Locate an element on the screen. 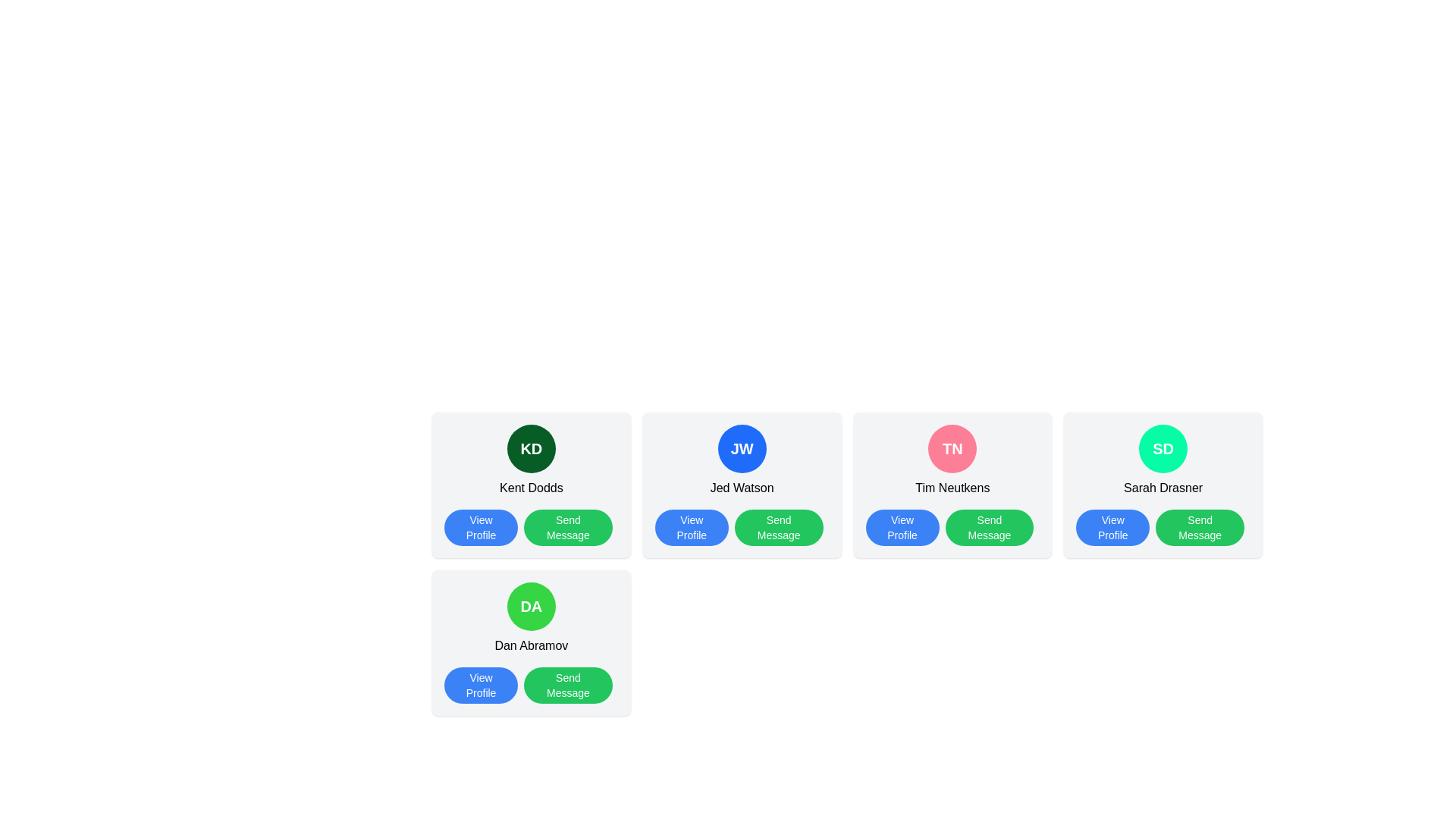  the button located in the second card from the left on the second row, under the card labeled 'Jed Watson', which is the second button in the row is located at coordinates (779, 526).